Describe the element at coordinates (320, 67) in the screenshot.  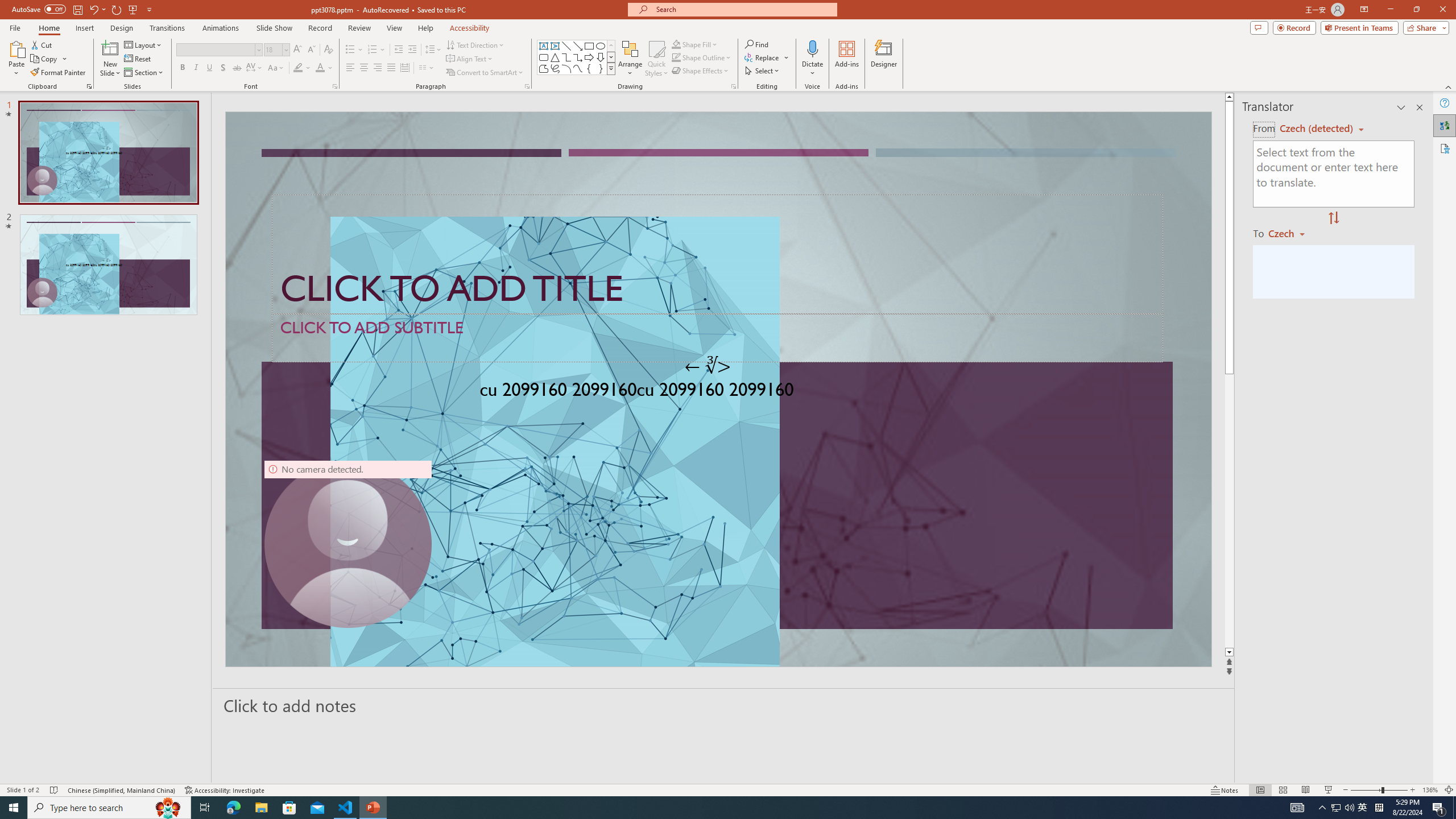
I see `'Font Color Red'` at that location.